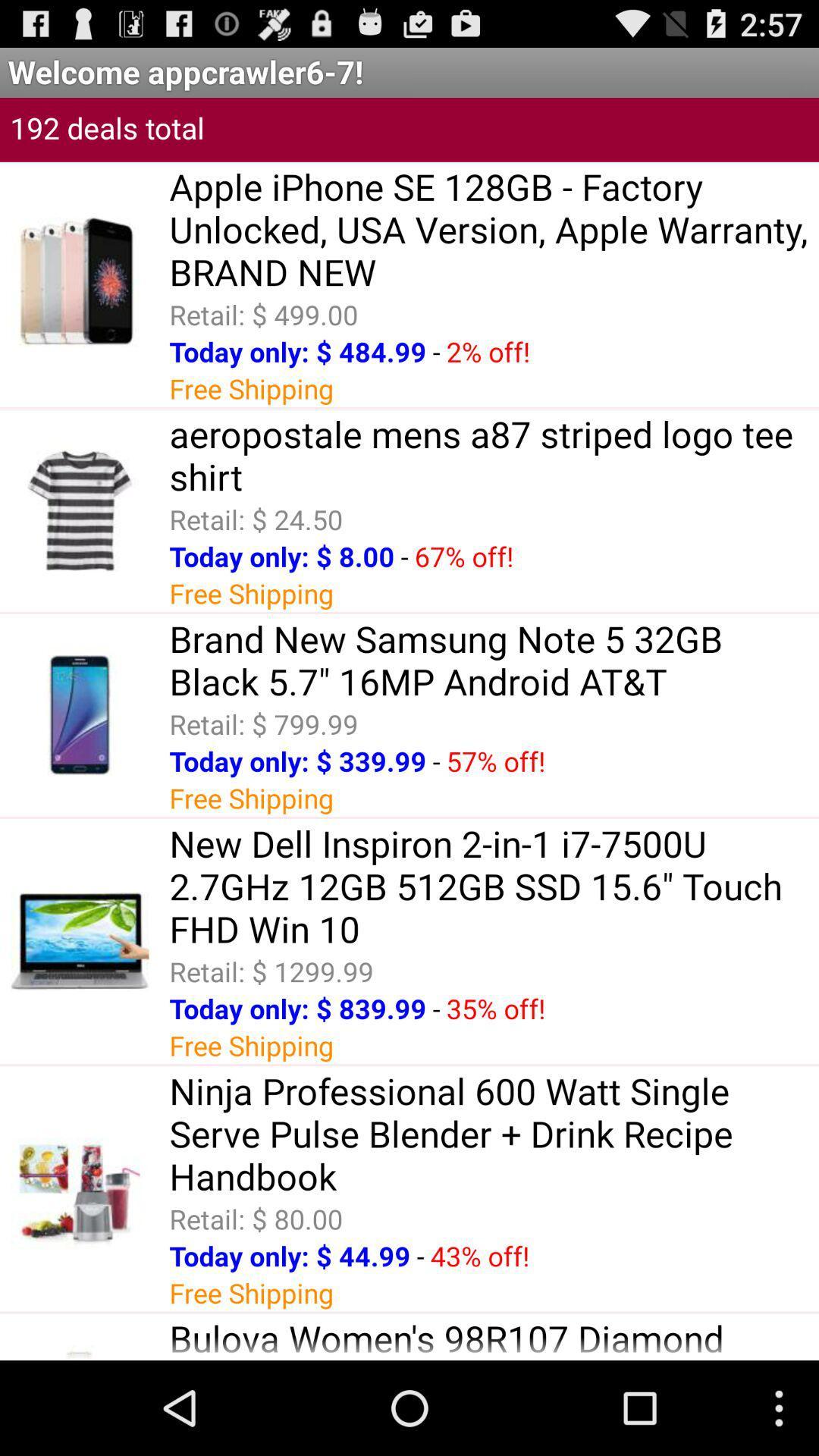  I want to click on aeropostale mens a87, so click(494, 454).